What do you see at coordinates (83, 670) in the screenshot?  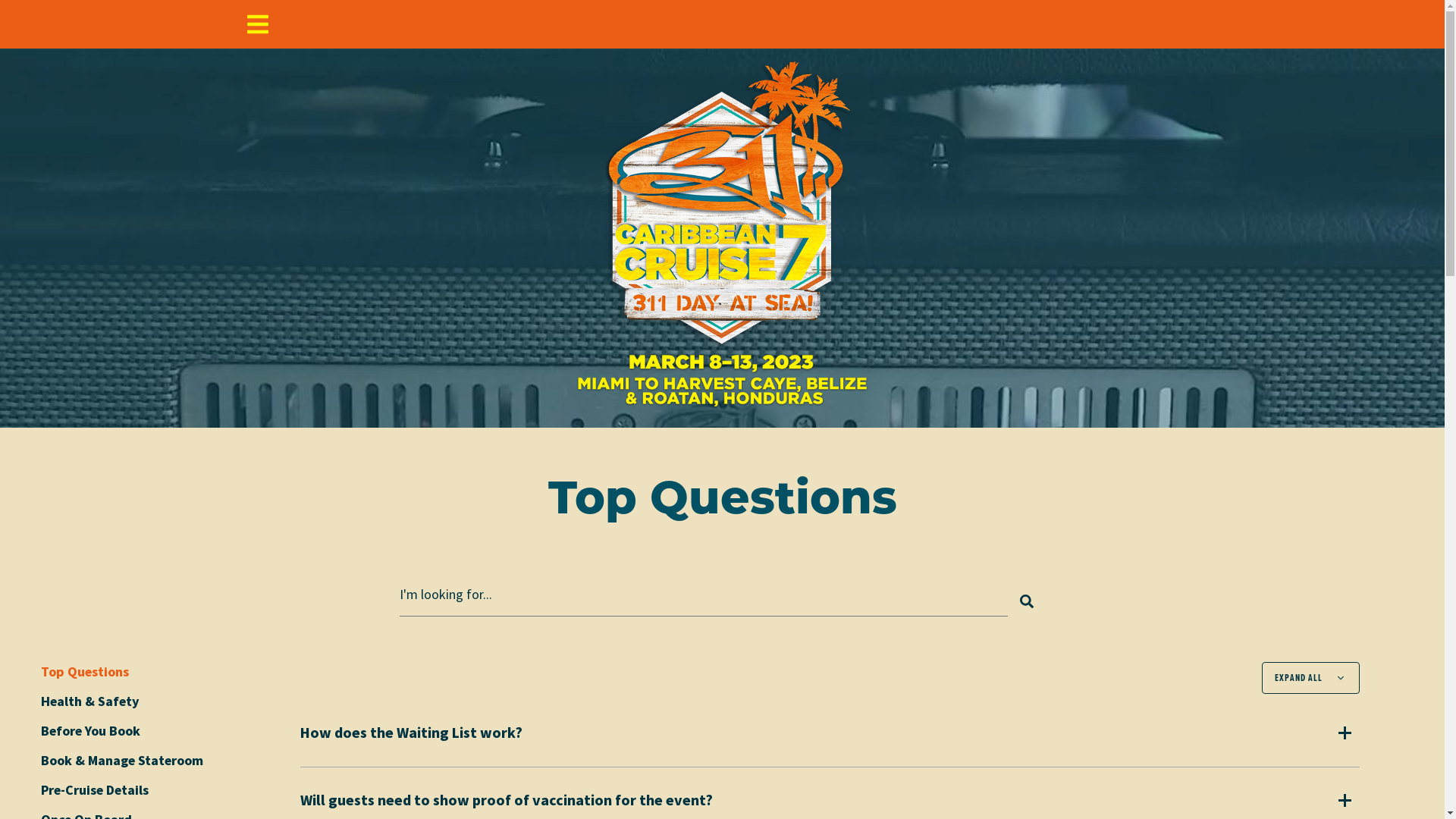 I see `'Top Questions'` at bounding box center [83, 670].